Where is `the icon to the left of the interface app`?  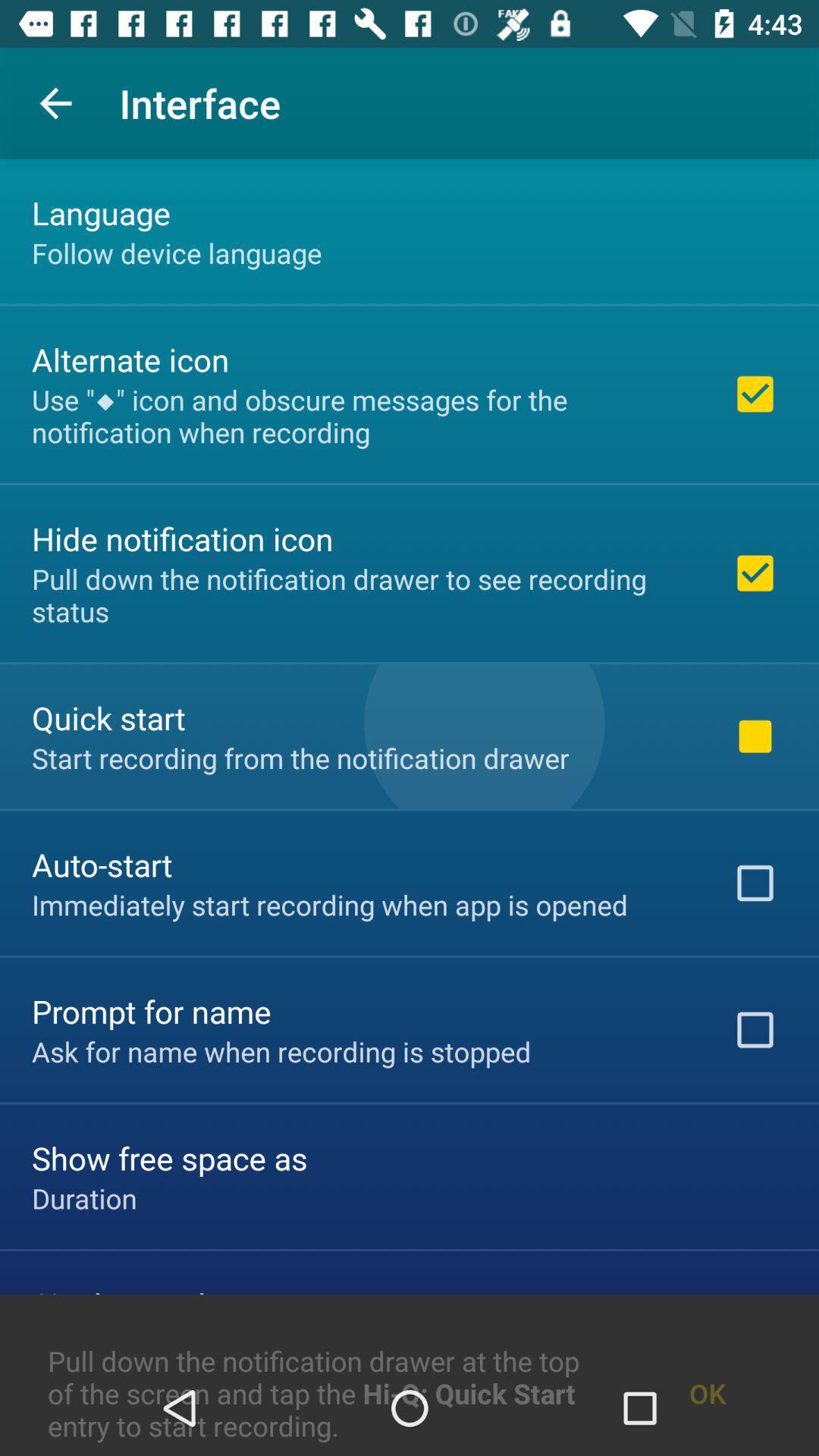
the icon to the left of the interface app is located at coordinates (55, 102).